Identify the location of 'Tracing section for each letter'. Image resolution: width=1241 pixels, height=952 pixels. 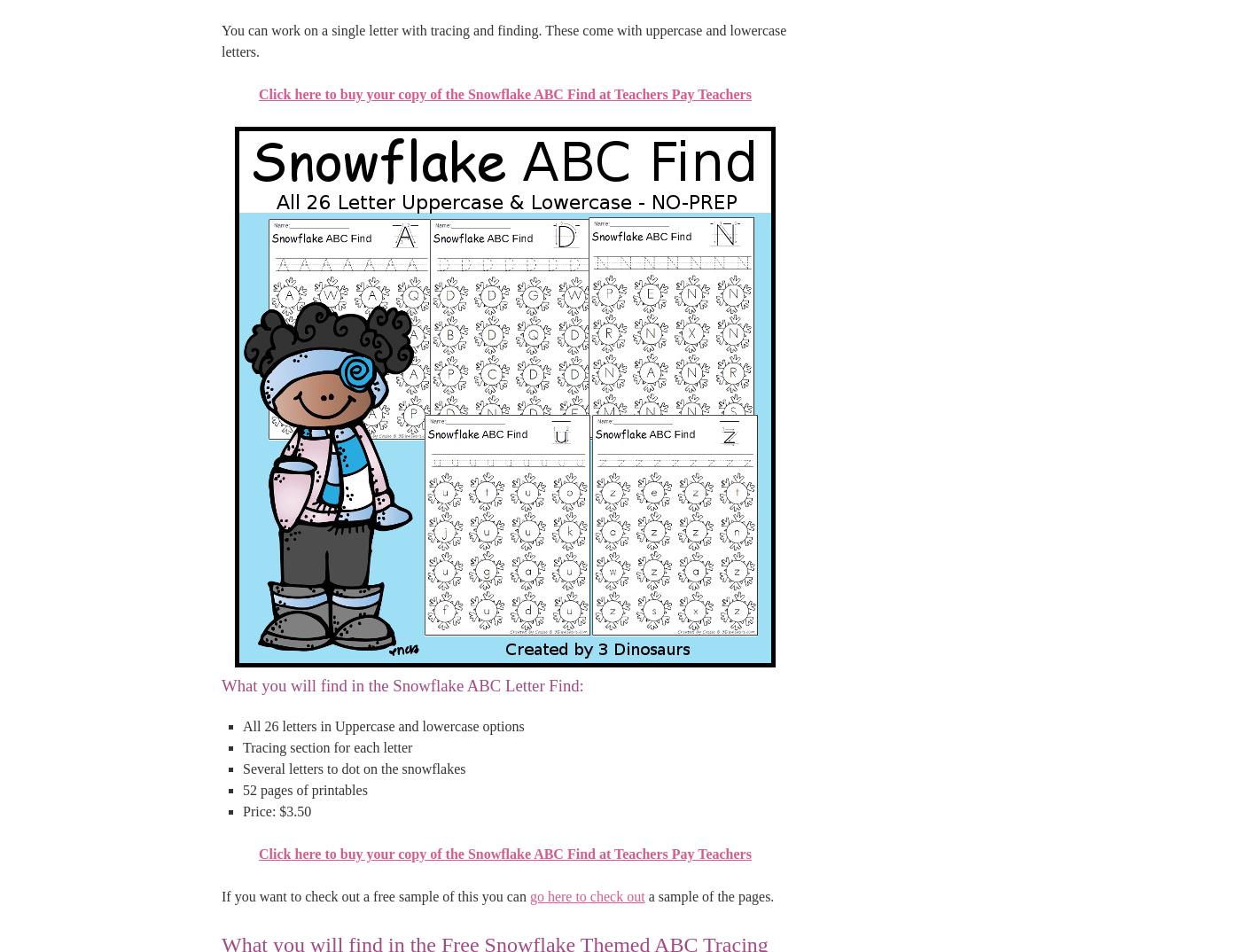
(327, 746).